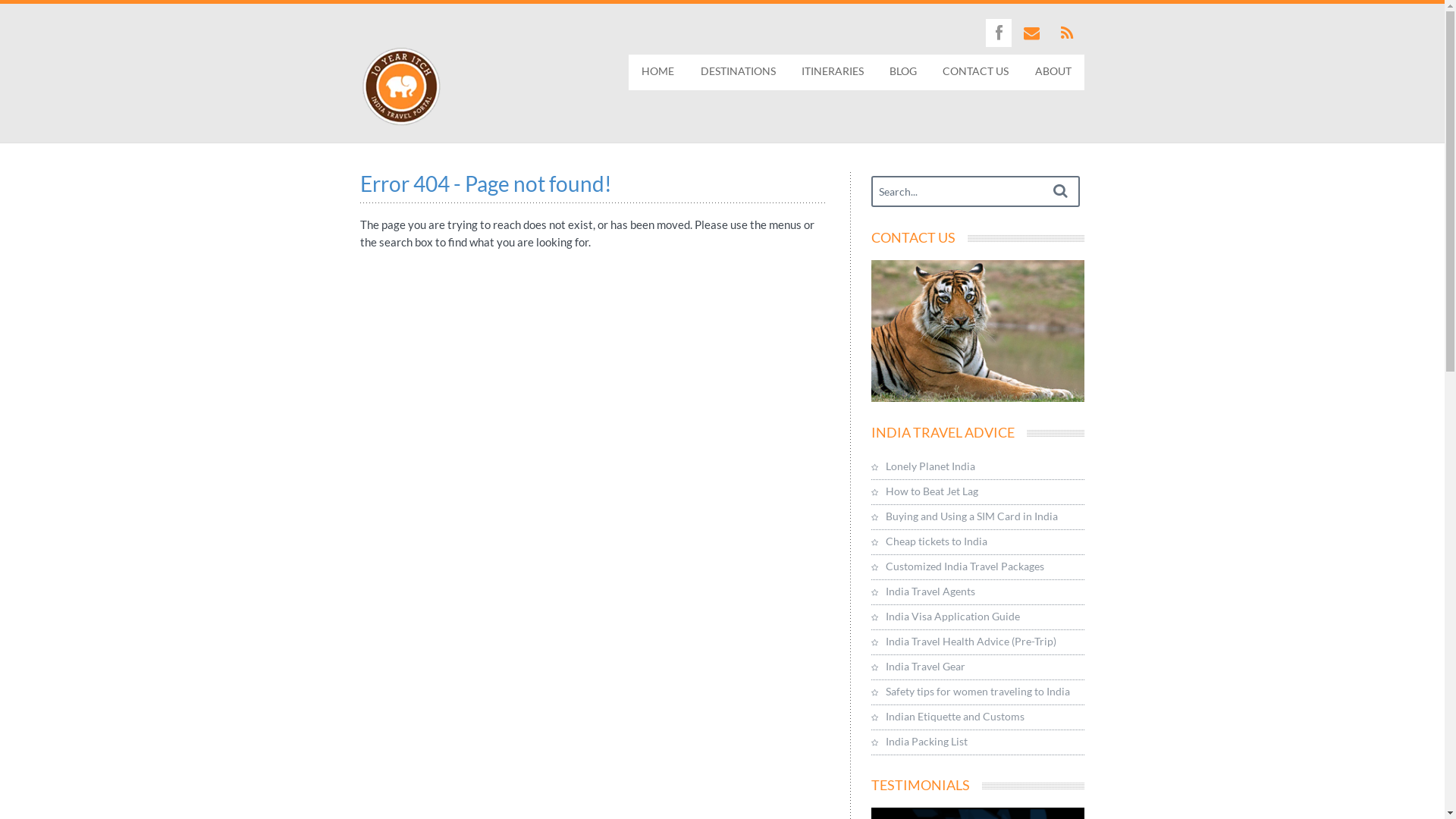  I want to click on 'India Packing List', so click(977, 742).